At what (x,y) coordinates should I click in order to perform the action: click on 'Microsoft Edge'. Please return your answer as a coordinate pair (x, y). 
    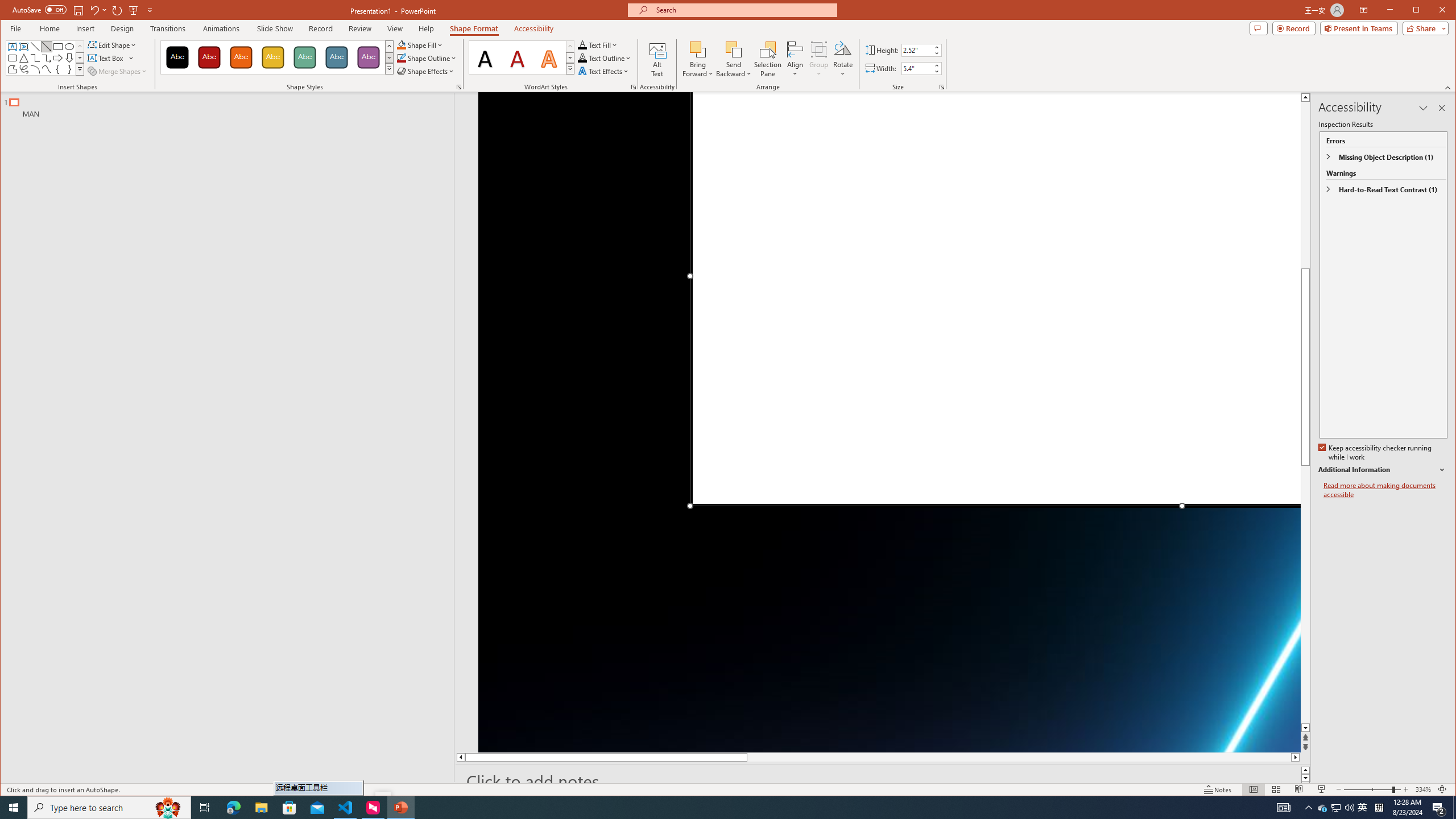
    Looking at the image, I should click on (233, 806).